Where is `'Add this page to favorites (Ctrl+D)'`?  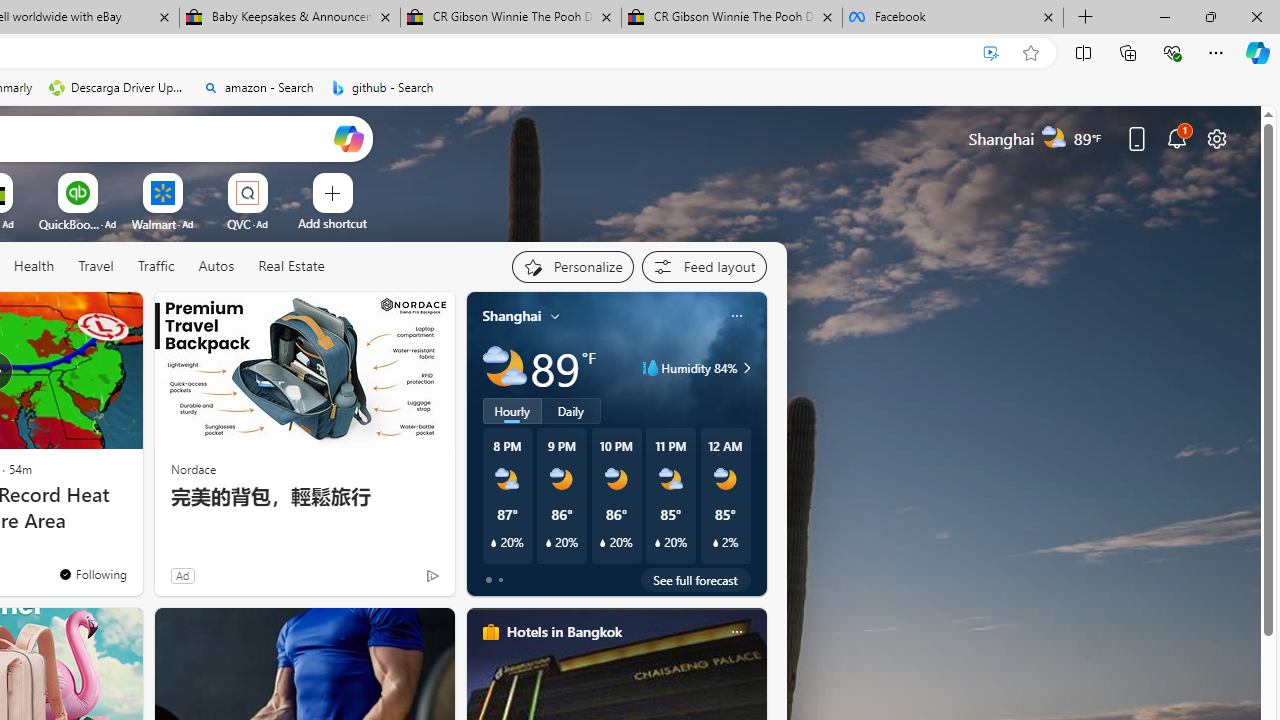
'Add this page to favorites (Ctrl+D)' is located at coordinates (1031, 52).